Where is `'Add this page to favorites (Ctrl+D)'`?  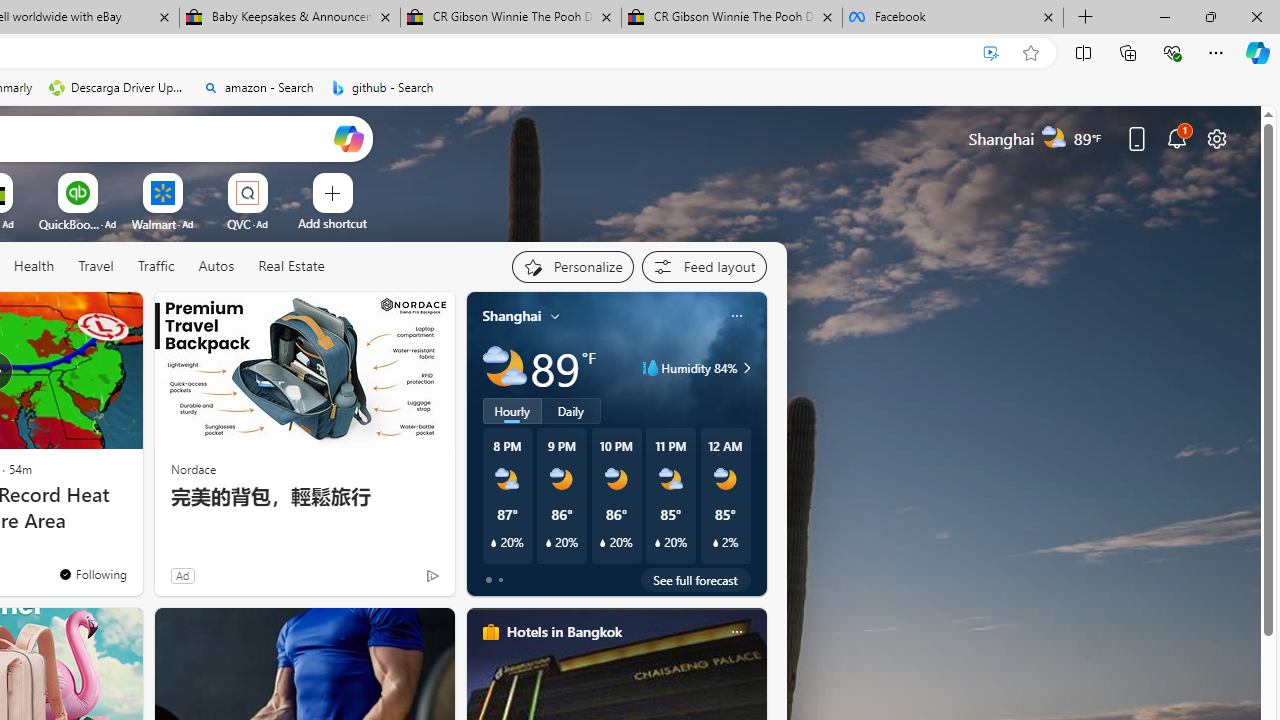
'Add this page to favorites (Ctrl+D)' is located at coordinates (1031, 52).